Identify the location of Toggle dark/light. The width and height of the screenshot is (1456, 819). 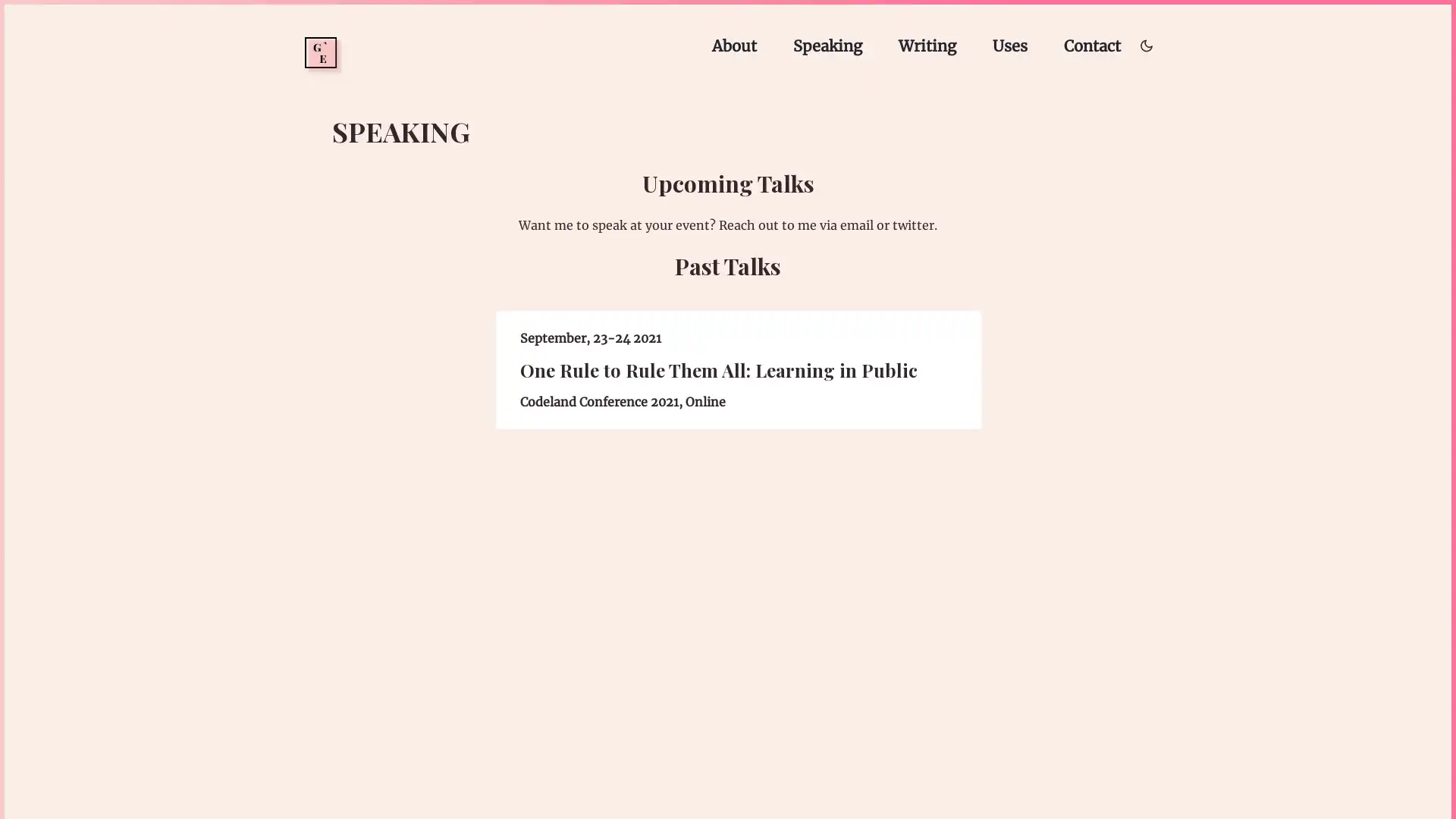
(1147, 42).